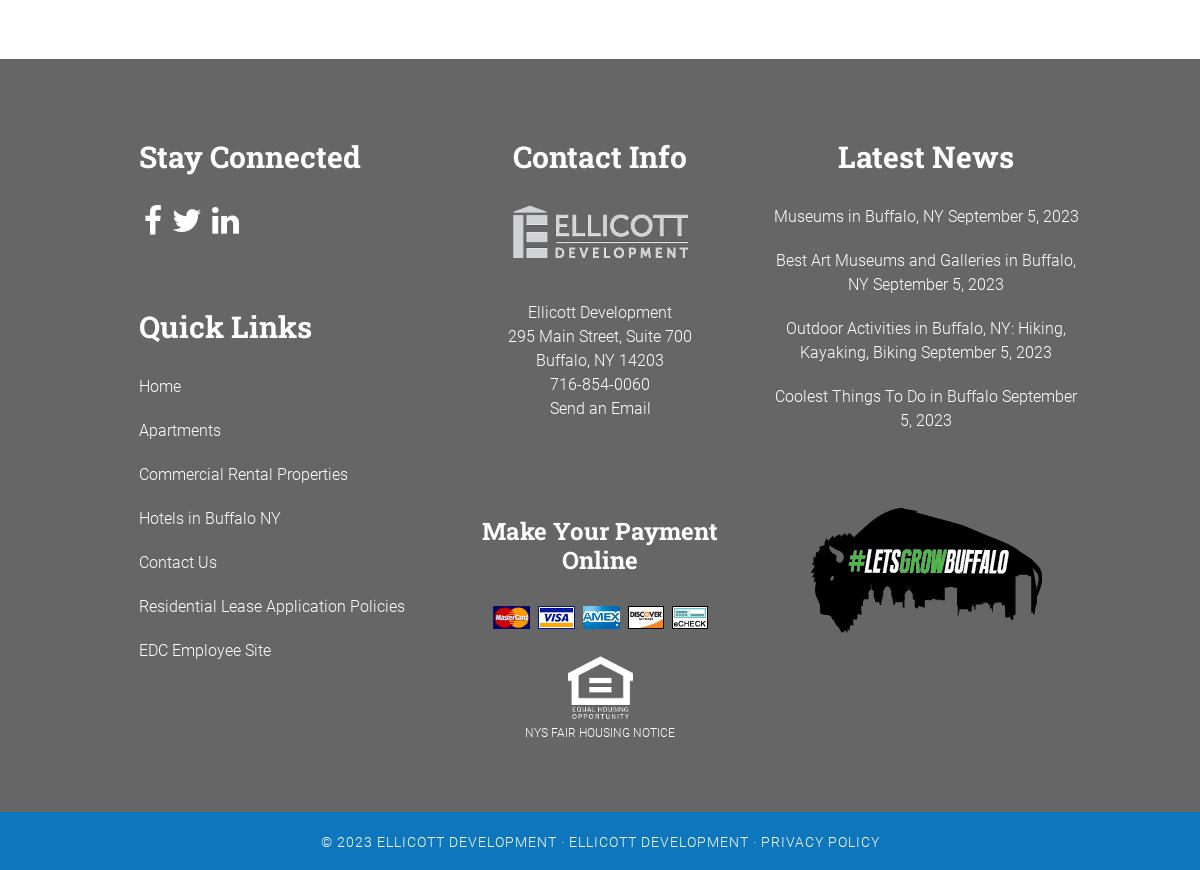 This screenshot has height=870, width=1200. What do you see at coordinates (138, 386) in the screenshot?
I see `'Home'` at bounding box center [138, 386].